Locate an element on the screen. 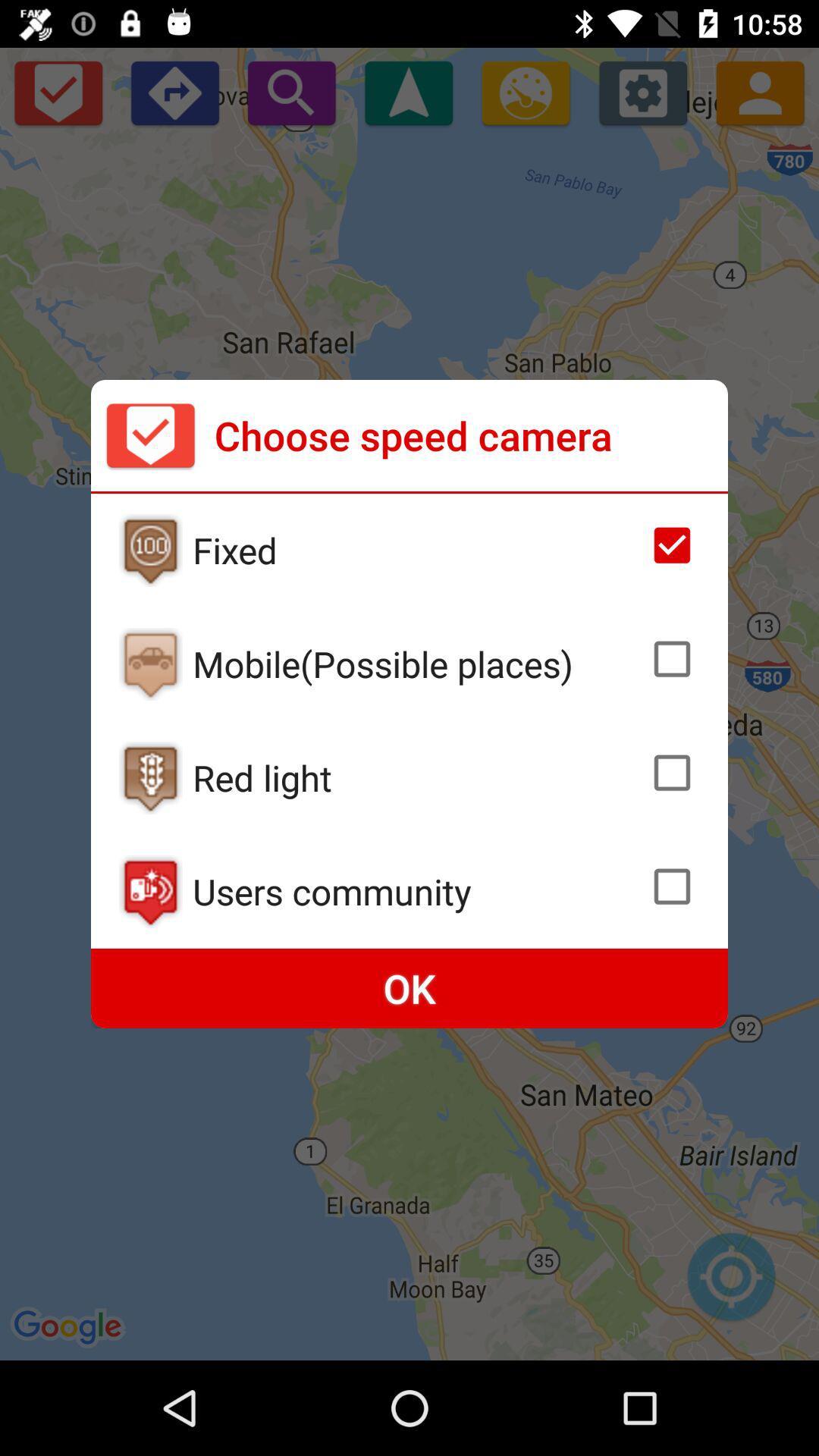  item above ok item is located at coordinates (416, 891).